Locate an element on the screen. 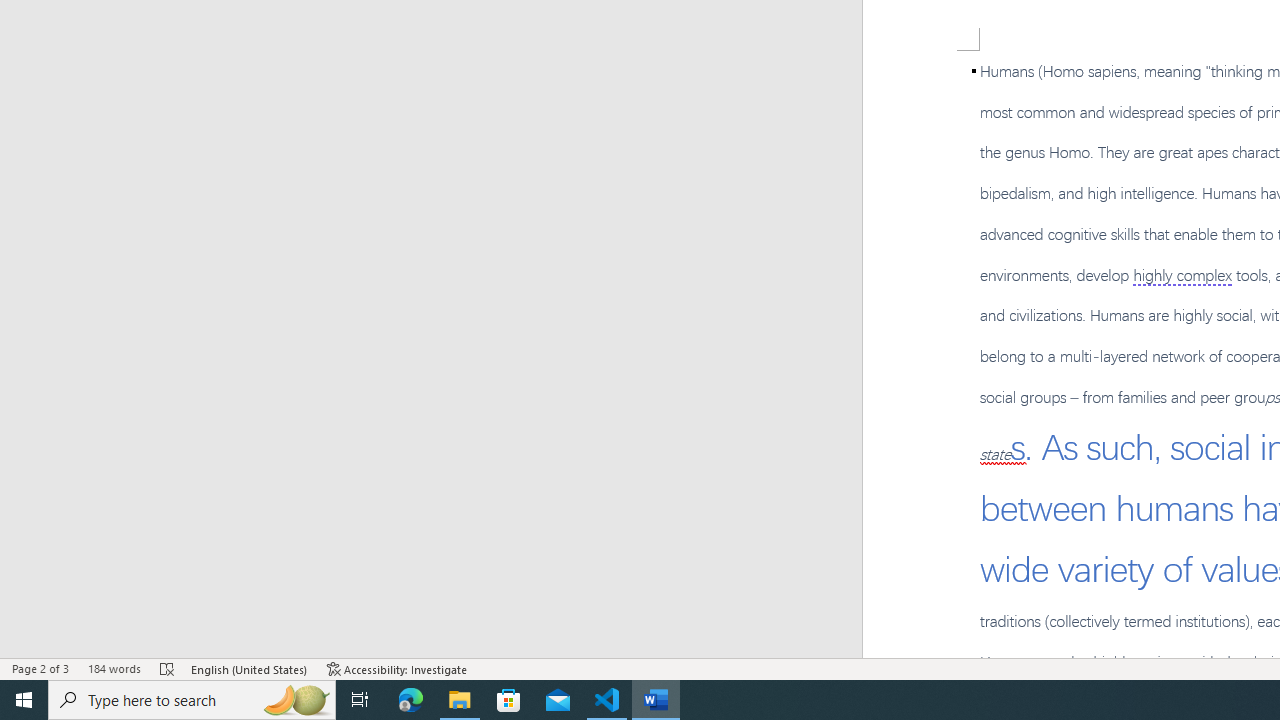 The height and width of the screenshot is (720, 1280). 'Language English (United States)' is located at coordinates (249, 669).